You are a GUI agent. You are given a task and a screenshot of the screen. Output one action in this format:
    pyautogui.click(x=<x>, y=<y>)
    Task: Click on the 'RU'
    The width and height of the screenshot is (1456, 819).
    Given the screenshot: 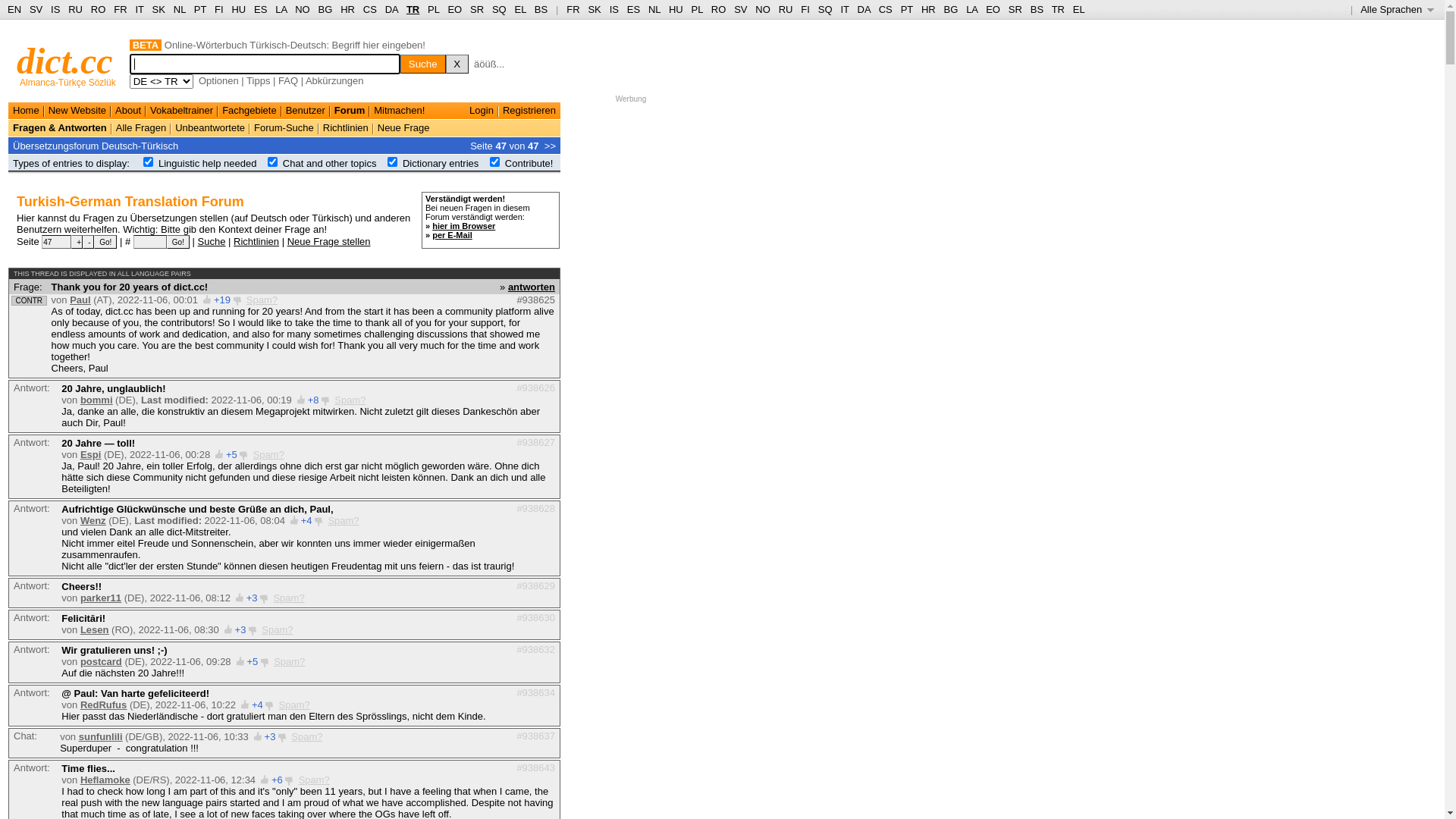 What is the action you would take?
    pyautogui.click(x=67, y=9)
    